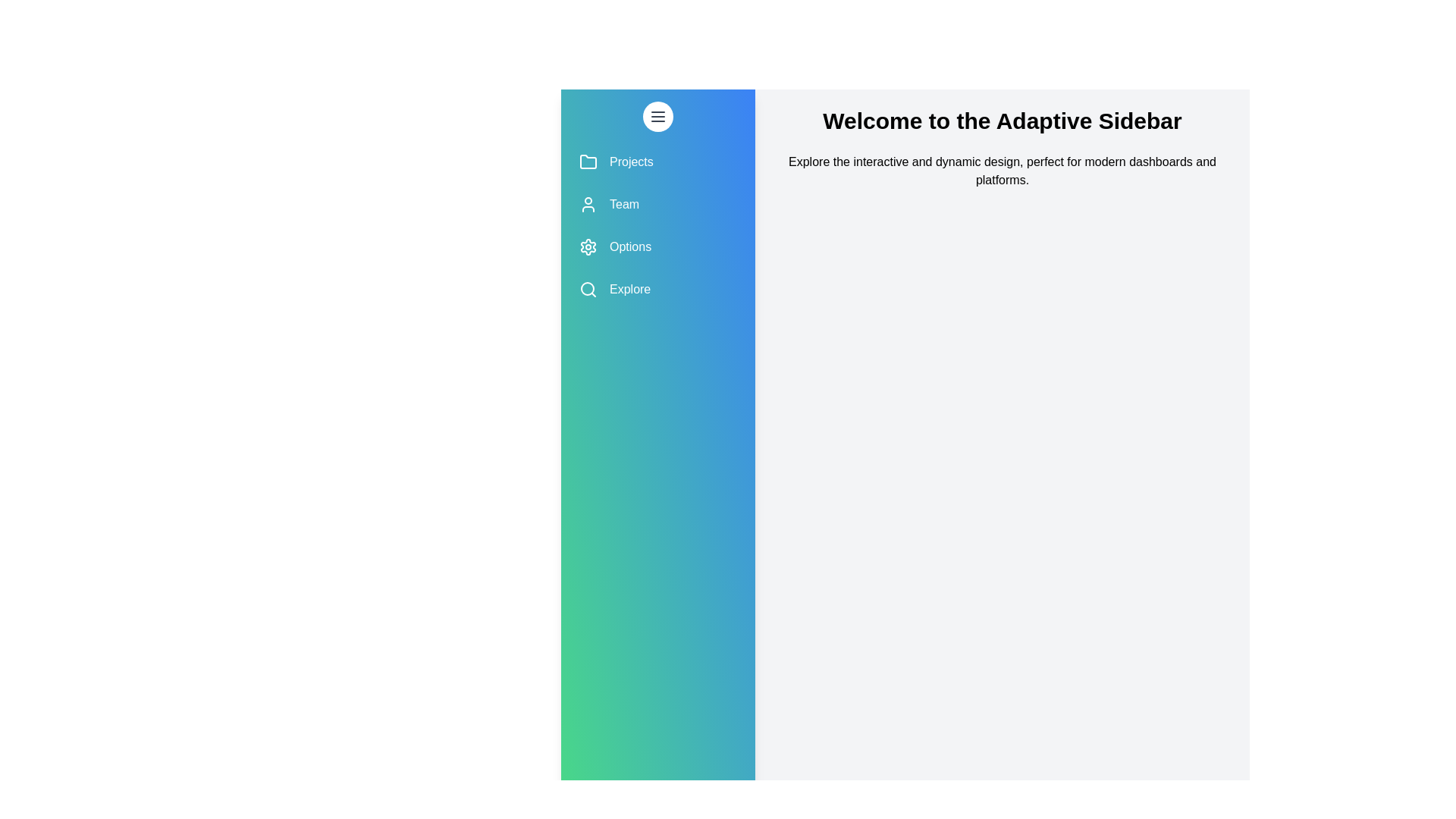 The width and height of the screenshot is (1456, 819). I want to click on the menu item labeled Options to navigate to its section, so click(658, 246).